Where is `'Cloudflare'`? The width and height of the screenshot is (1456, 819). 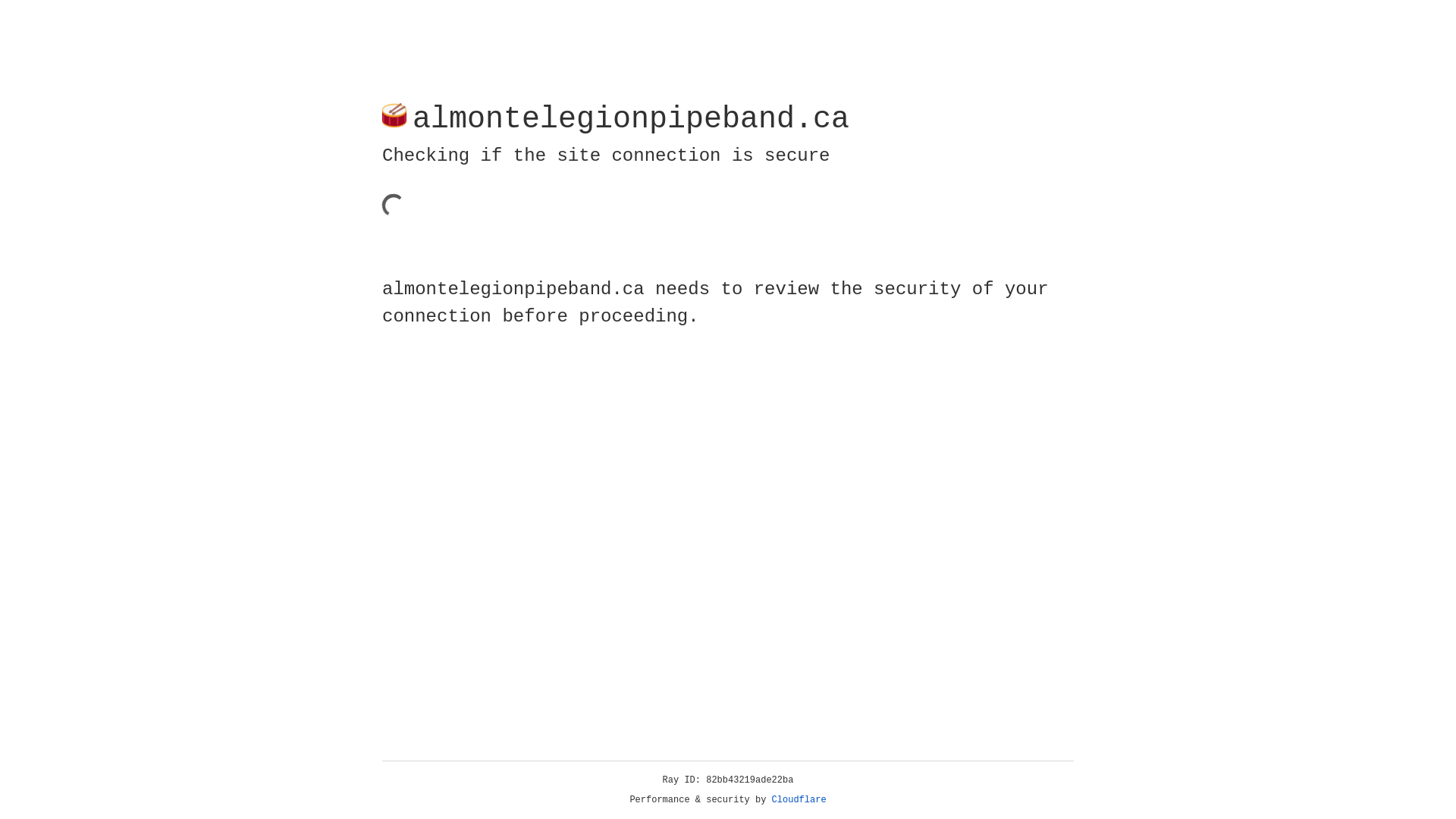 'Cloudflare' is located at coordinates (799, 799).